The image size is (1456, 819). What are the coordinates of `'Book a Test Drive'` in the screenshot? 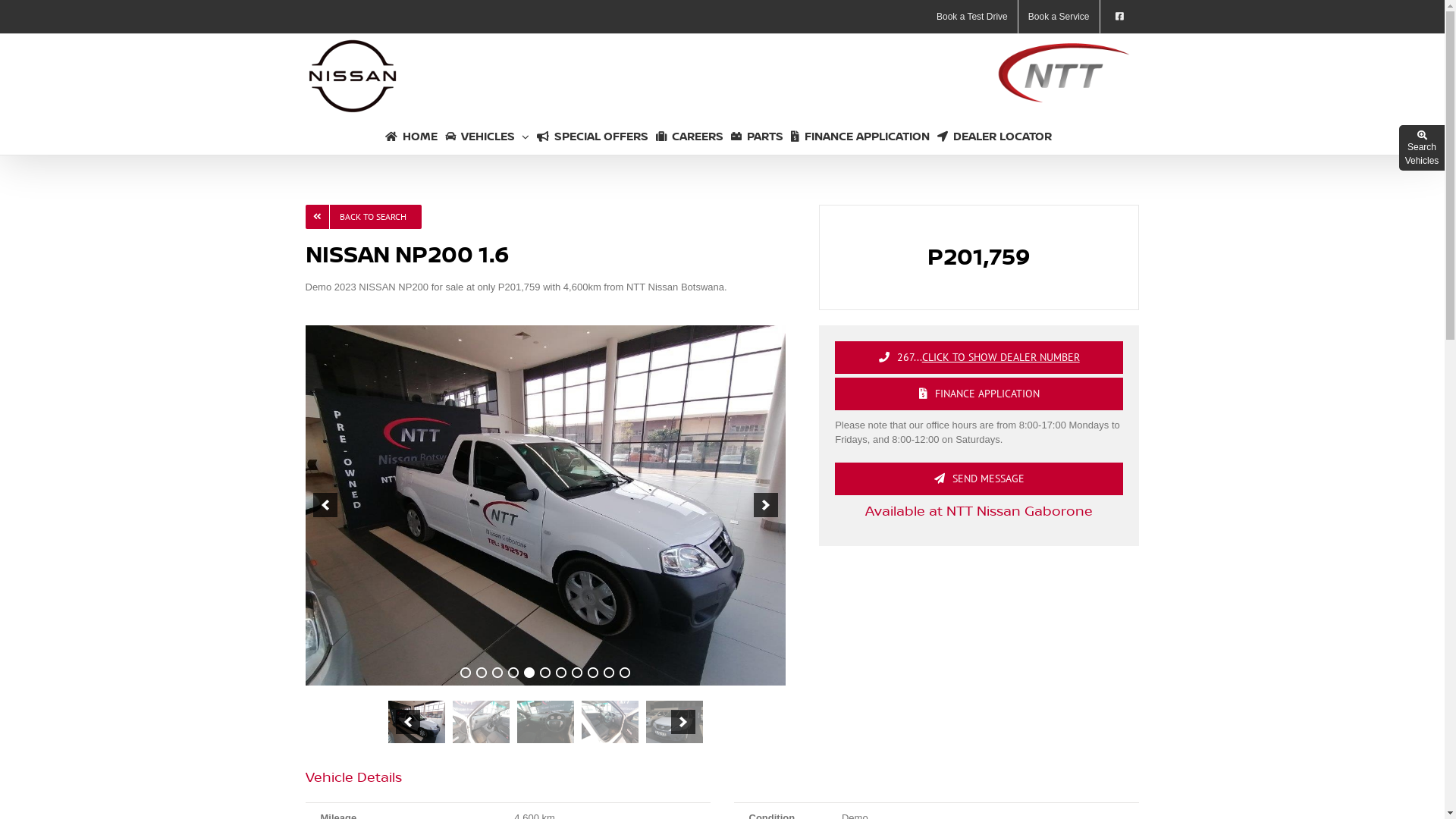 It's located at (971, 17).